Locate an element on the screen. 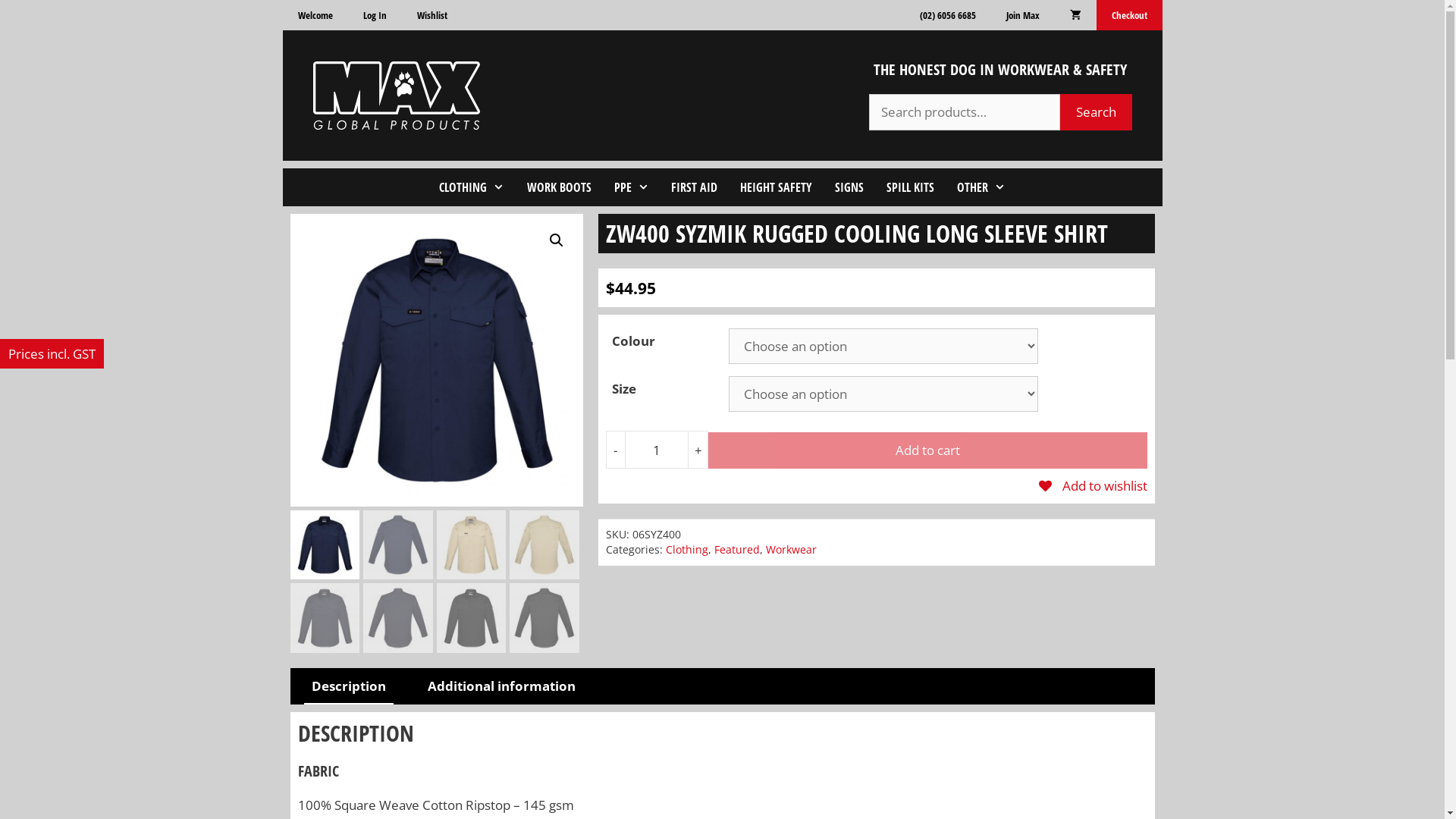  'View your shopping cart' is located at coordinates (1074, 14).